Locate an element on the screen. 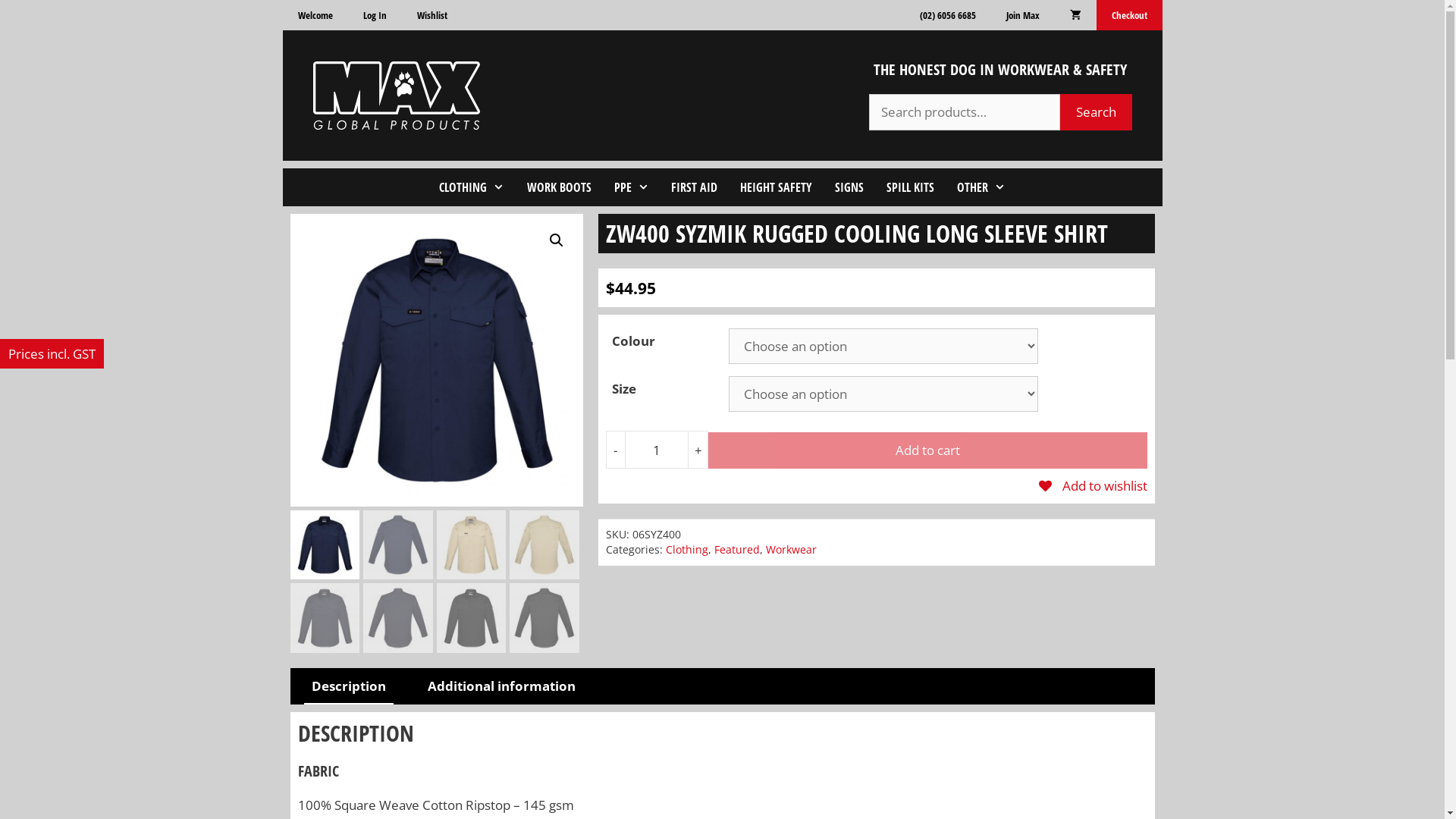  'View your shopping cart' is located at coordinates (1074, 14).